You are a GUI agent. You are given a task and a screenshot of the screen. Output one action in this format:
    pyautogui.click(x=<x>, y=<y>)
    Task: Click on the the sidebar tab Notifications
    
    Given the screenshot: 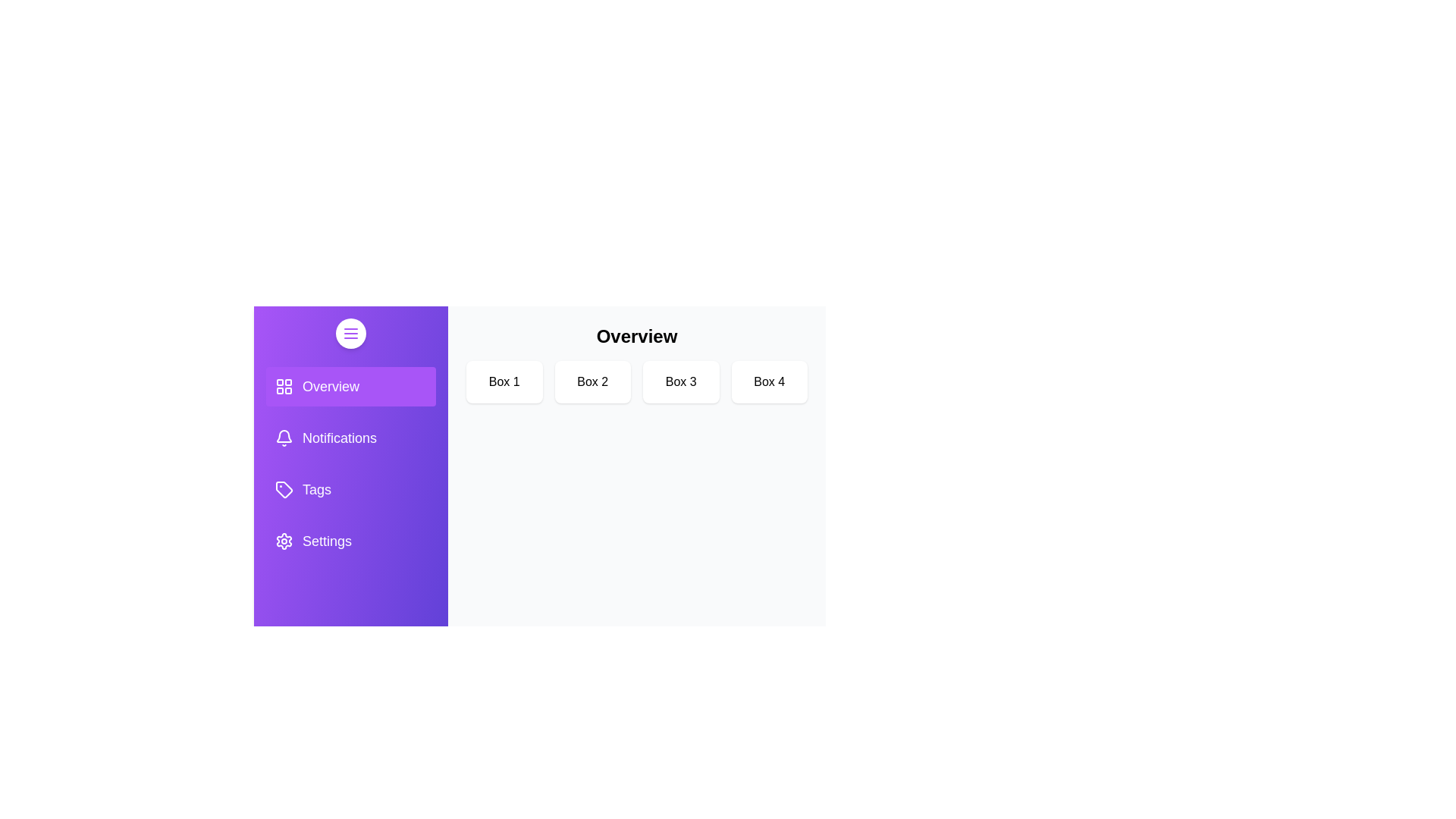 What is the action you would take?
    pyautogui.click(x=350, y=438)
    